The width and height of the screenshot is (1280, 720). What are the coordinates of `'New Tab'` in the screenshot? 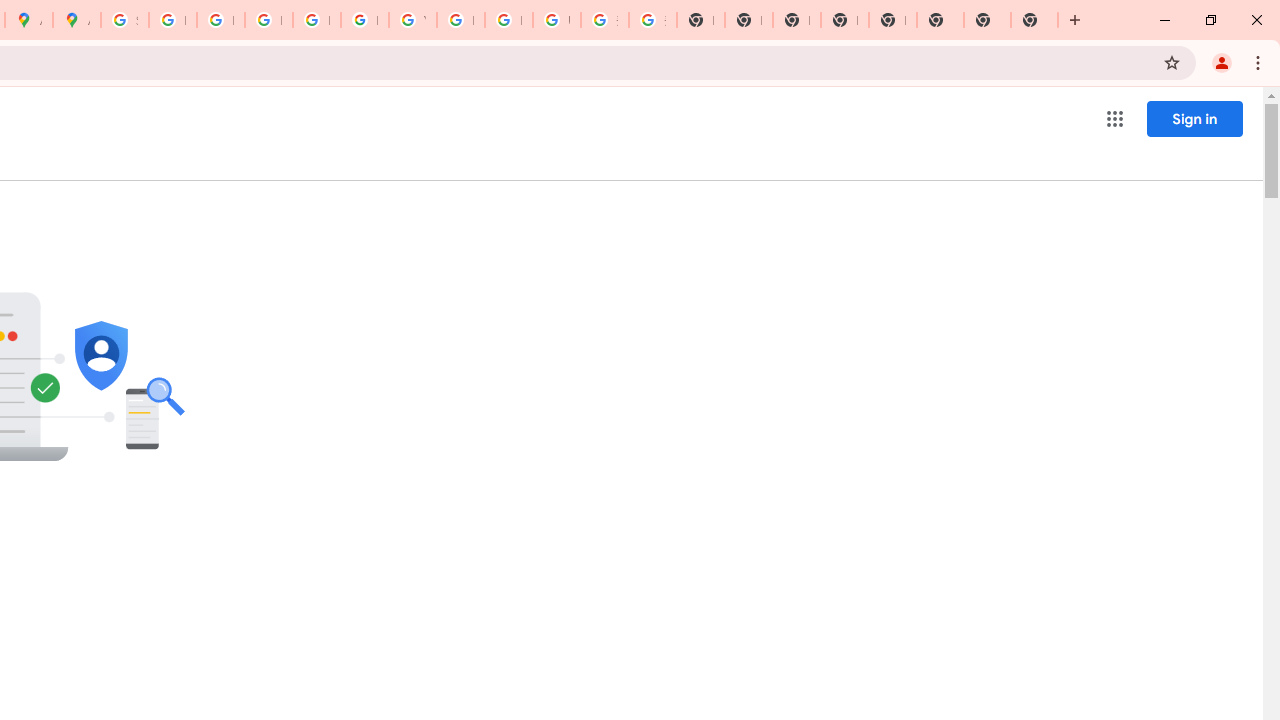 It's located at (1034, 20).